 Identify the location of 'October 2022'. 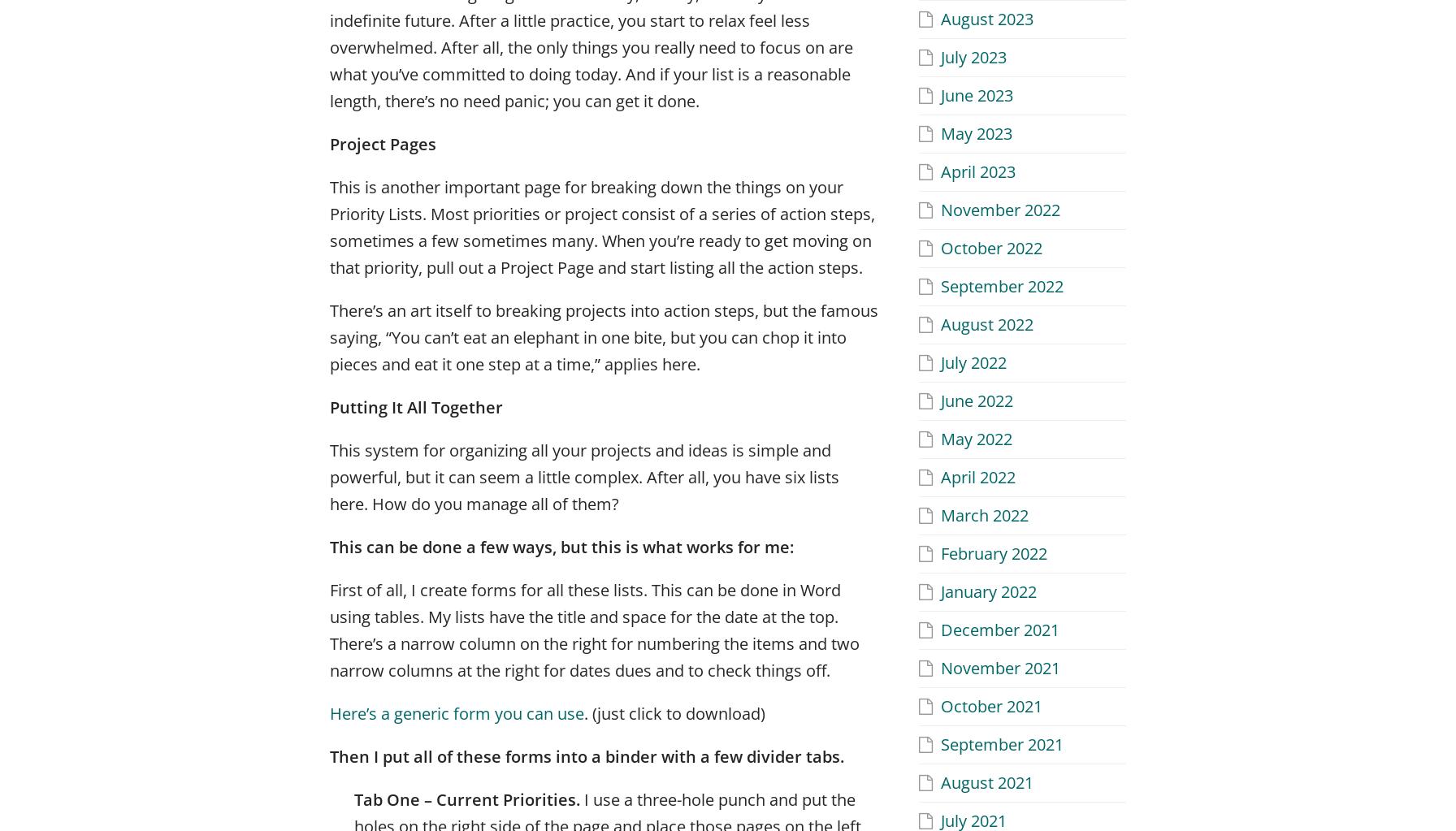
(991, 246).